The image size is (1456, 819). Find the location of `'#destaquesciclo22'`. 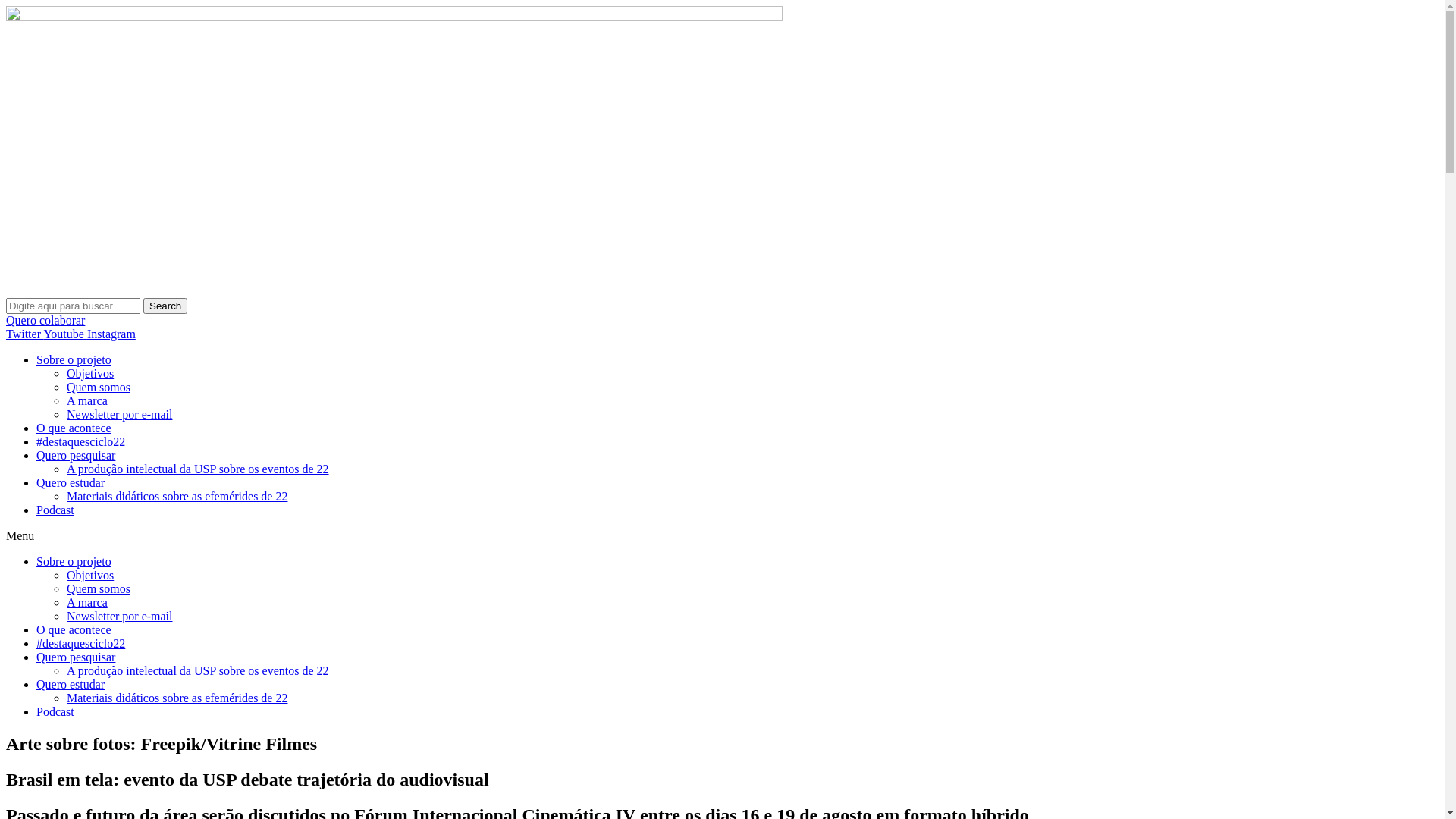

'#destaquesciclo22' is located at coordinates (80, 441).